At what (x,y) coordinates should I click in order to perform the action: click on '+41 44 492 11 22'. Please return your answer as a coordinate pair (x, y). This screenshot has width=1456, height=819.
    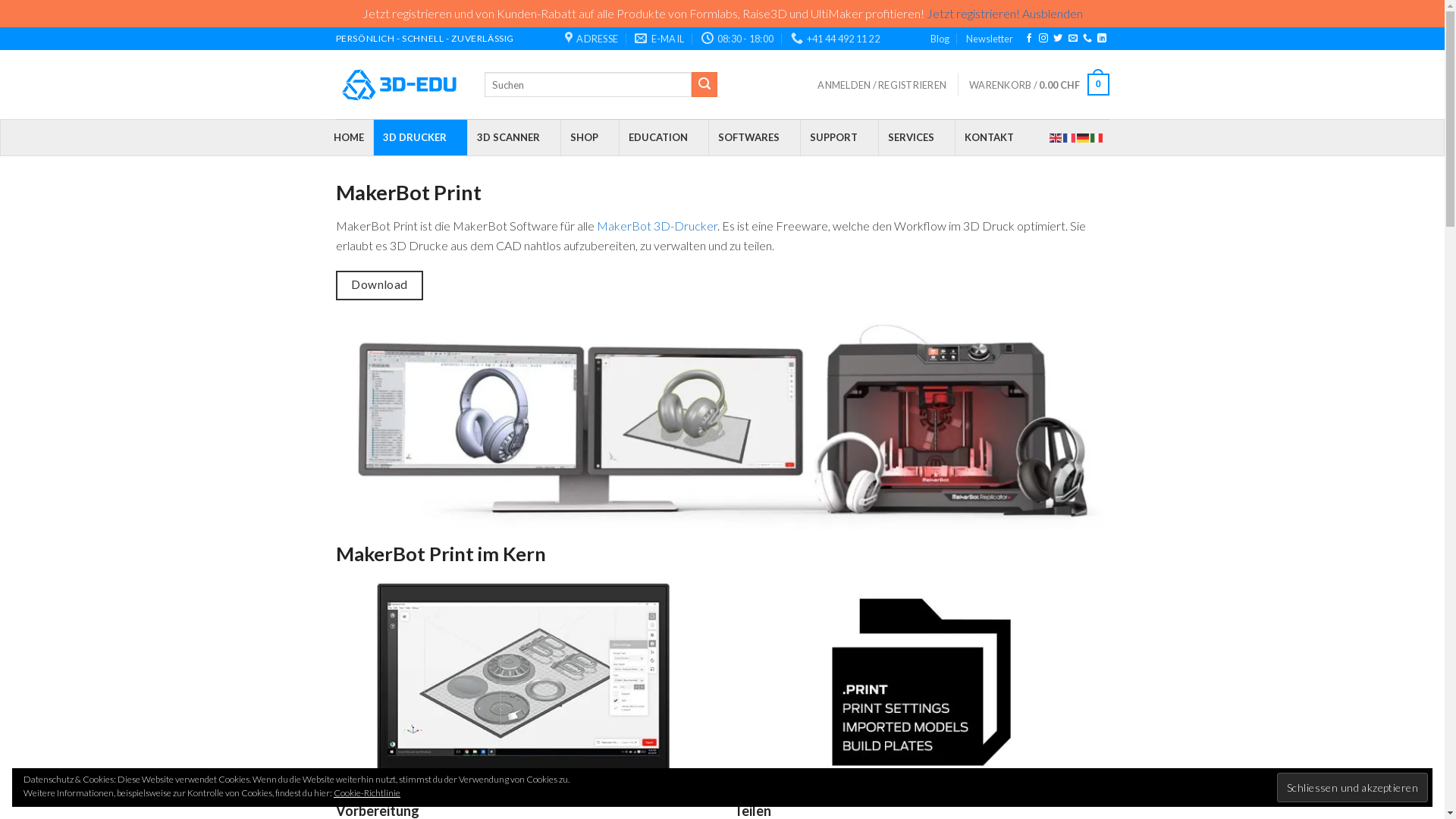
    Looking at the image, I should click on (834, 37).